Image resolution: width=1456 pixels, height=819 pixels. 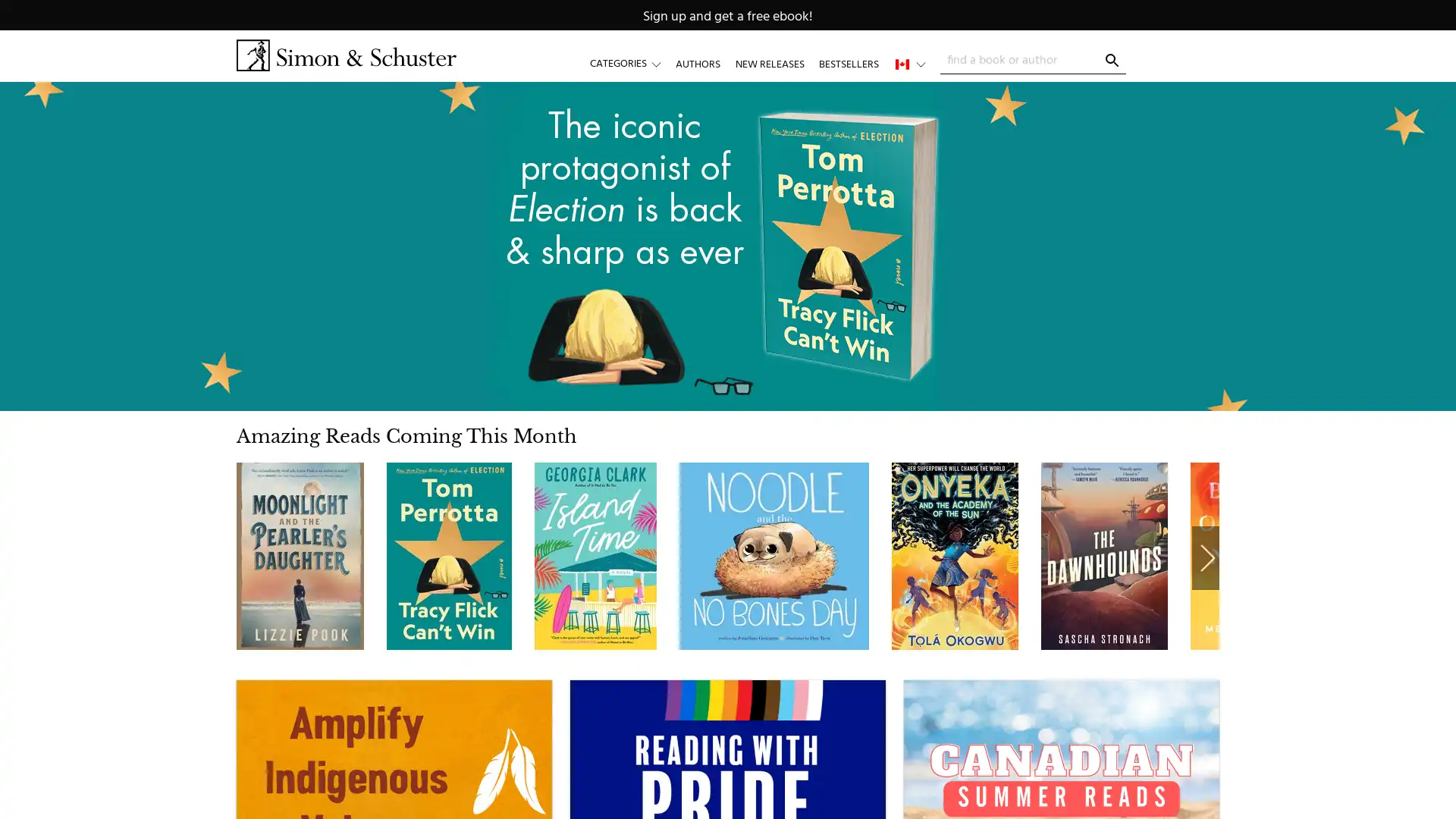 What do you see at coordinates (769, 63) in the screenshot?
I see `NEW RELEASES` at bounding box center [769, 63].